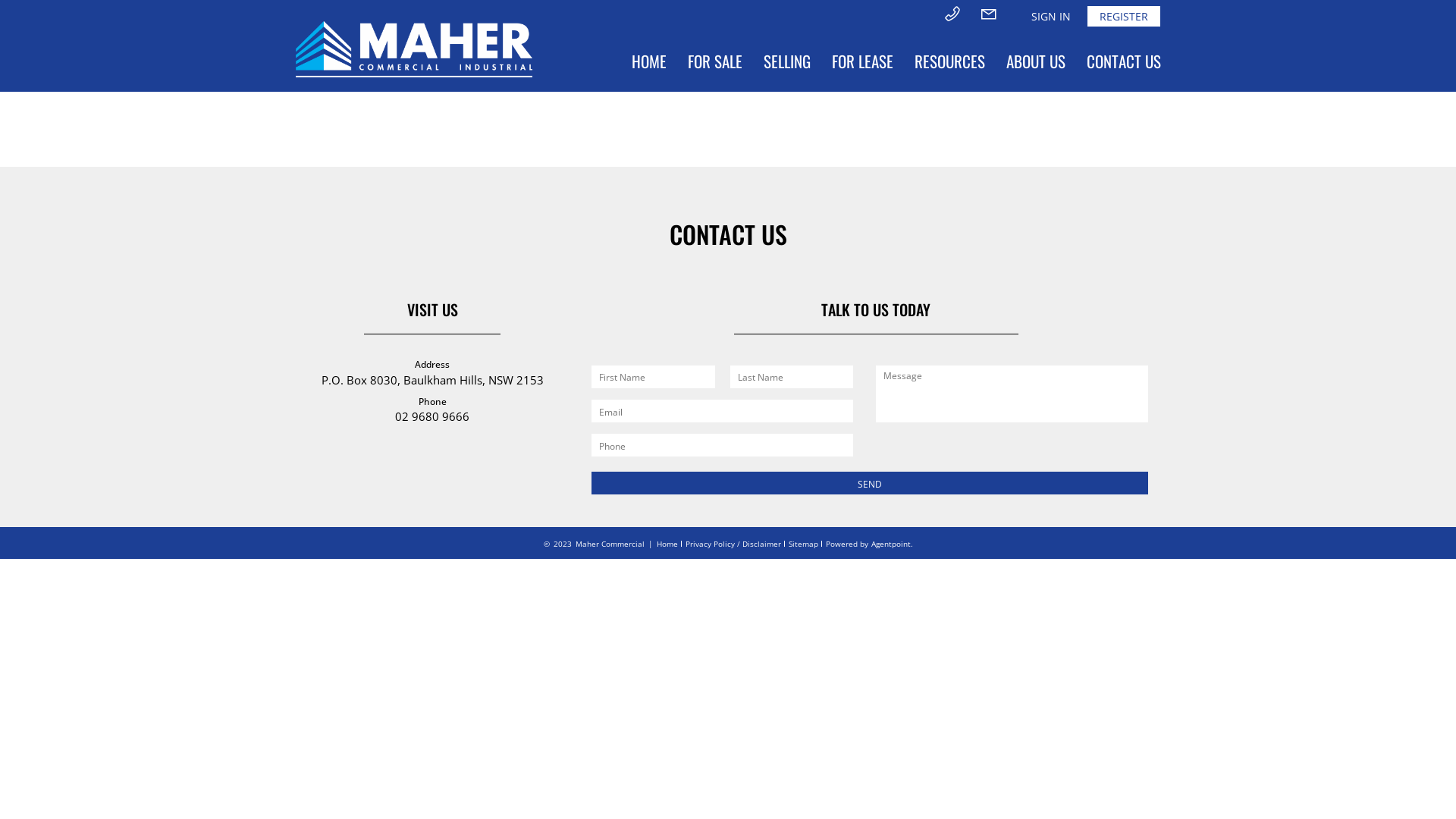 The image size is (1456, 819). I want to click on 'HOME', so click(648, 61).